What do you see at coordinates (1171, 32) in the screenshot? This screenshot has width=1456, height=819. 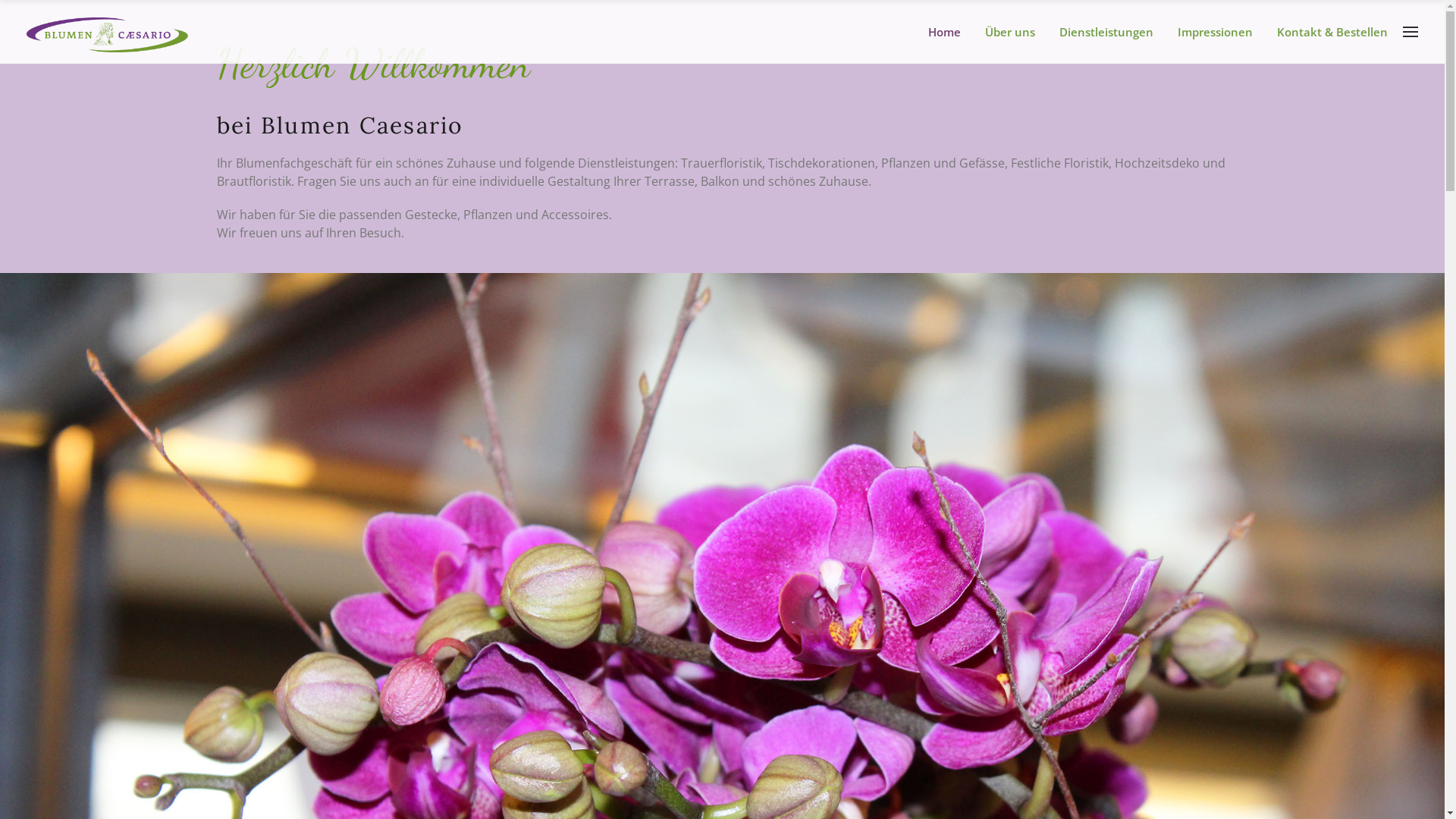 I see `'Impressionen'` at bounding box center [1171, 32].